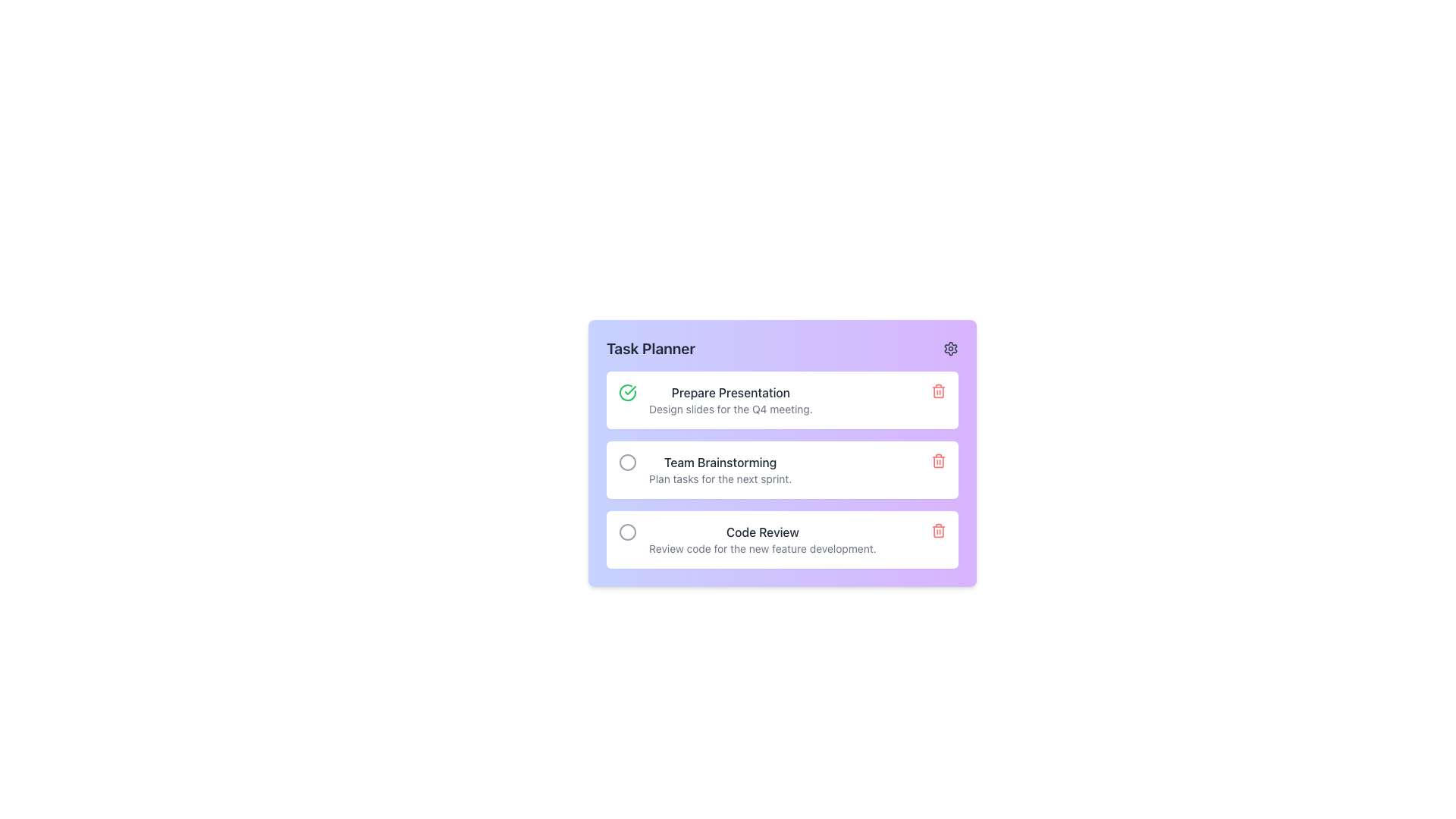 The height and width of the screenshot is (819, 1456). I want to click on the third circular icon in the 'Code Review' task entry, which serves as a visual indicator or status marker, so click(628, 532).